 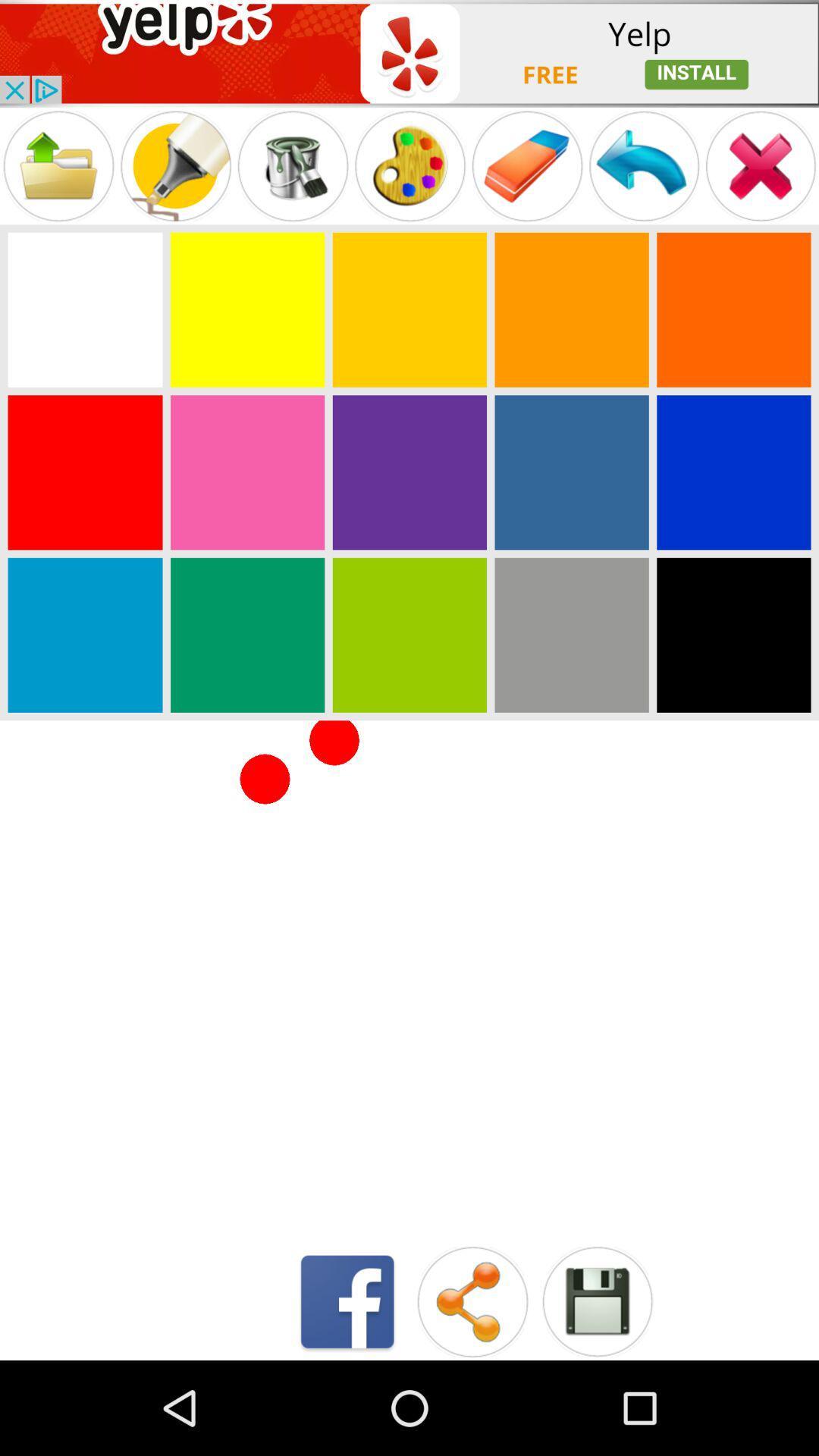 I want to click on colours, so click(x=85, y=309).